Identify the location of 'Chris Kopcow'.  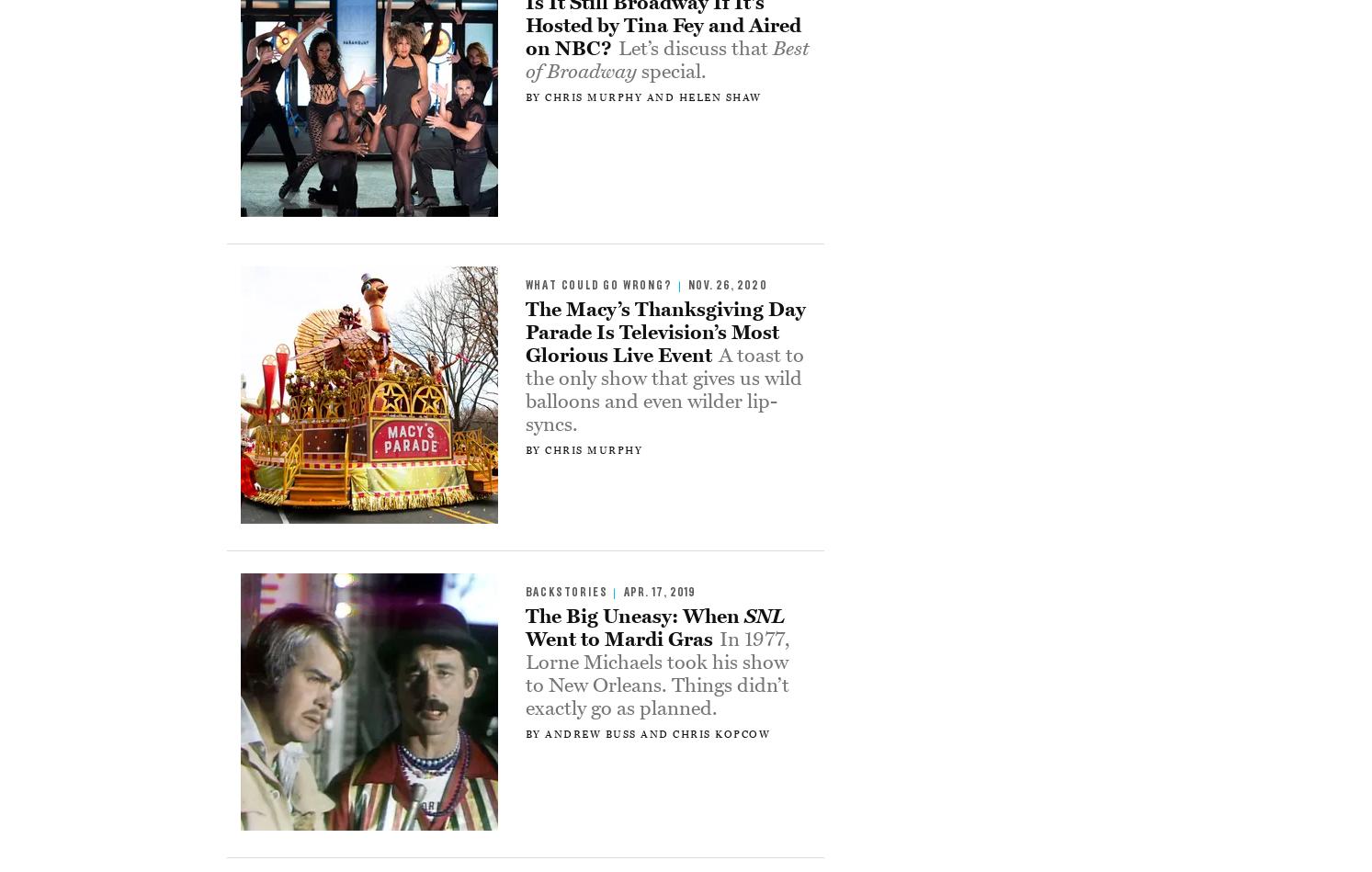
(721, 732).